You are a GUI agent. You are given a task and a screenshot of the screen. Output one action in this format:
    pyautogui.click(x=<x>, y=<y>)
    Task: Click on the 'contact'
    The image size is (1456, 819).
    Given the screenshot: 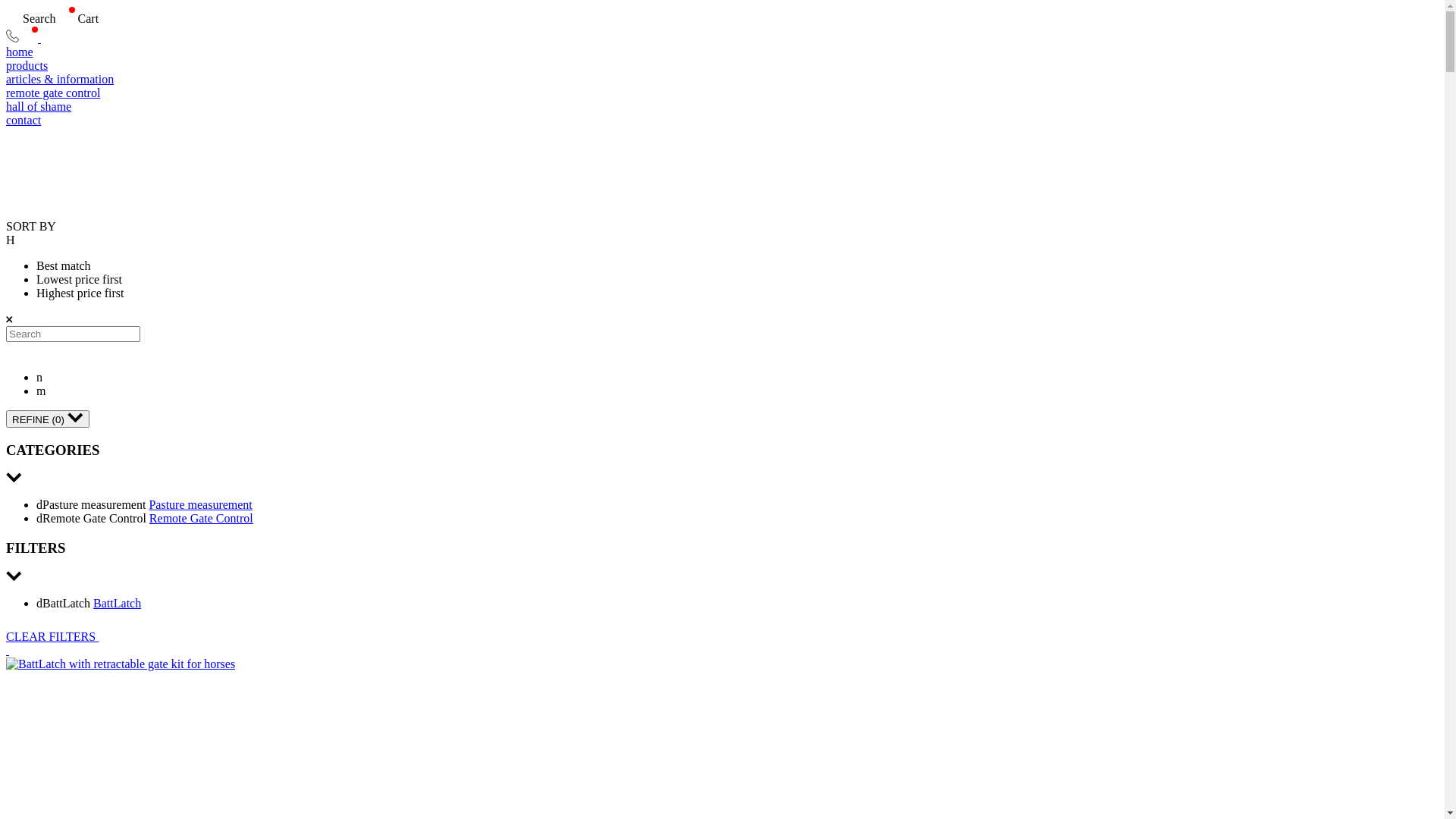 What is the action you would take?
    pyautogui.click(x=721, y=119)
    